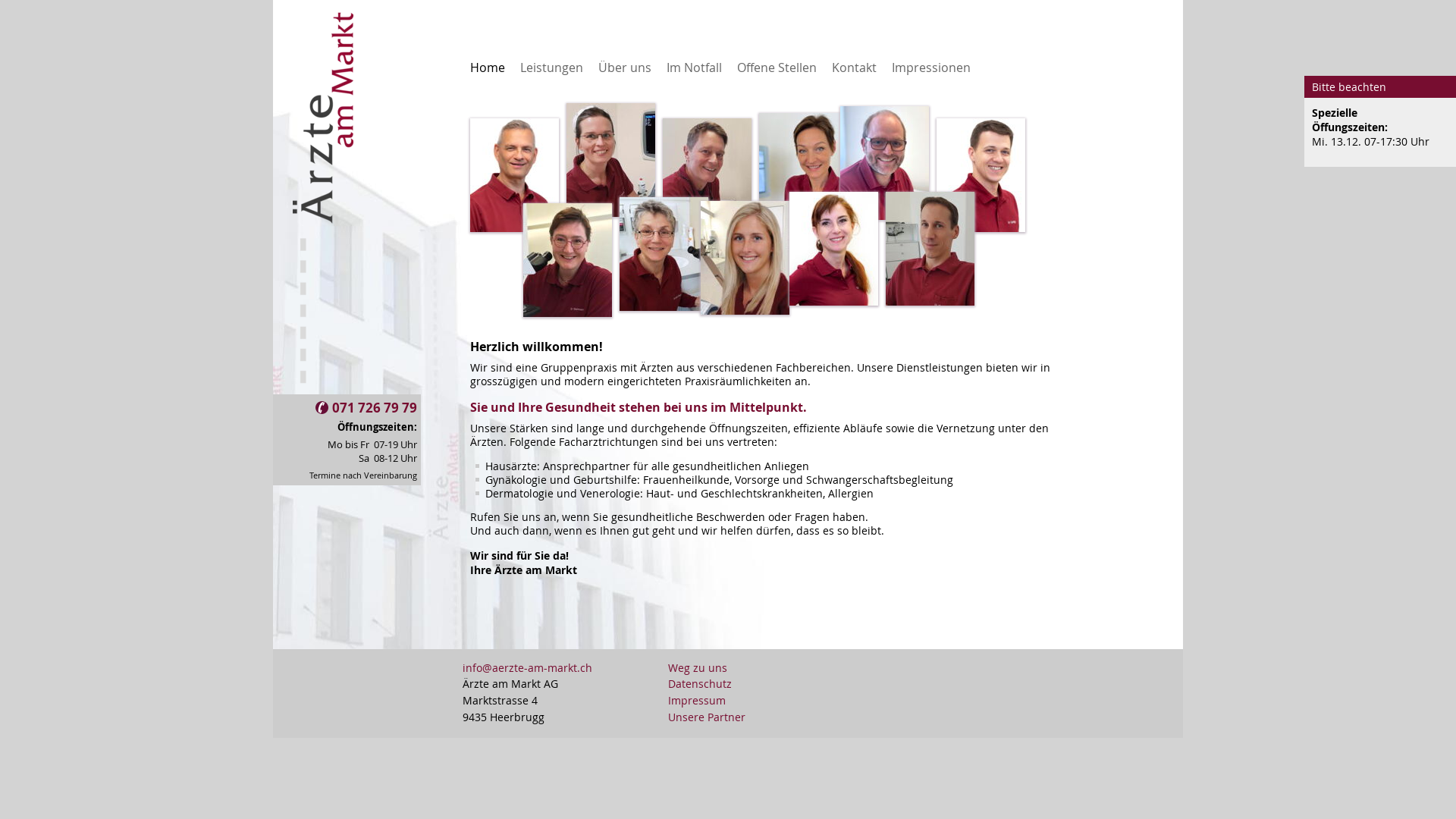 This screenshot has width=1456, height=819. I want to click on 'Impressum', so click(705, 701).